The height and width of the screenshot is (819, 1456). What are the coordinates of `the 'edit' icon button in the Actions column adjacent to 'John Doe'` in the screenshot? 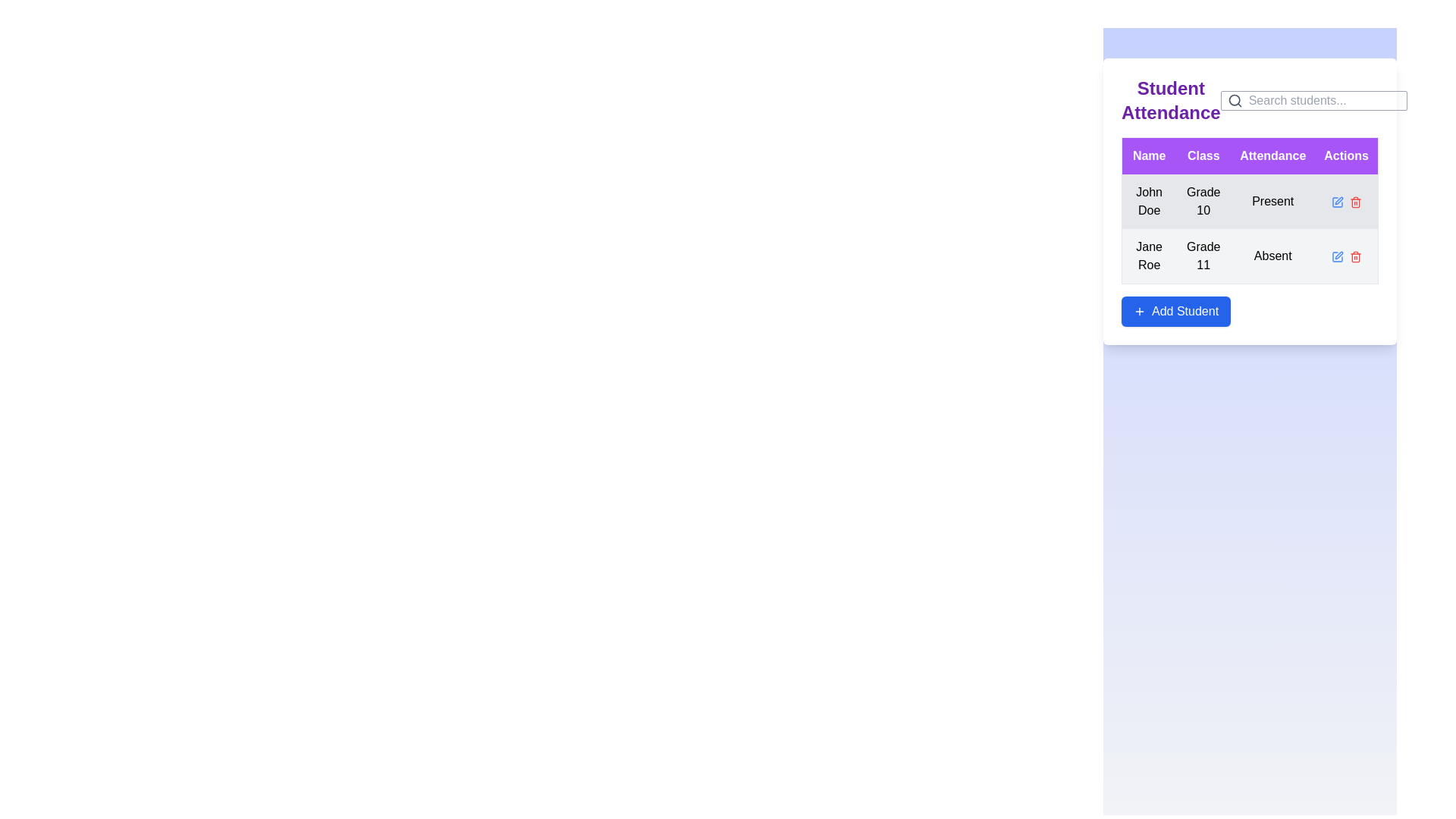 It's located at (1337, 201).